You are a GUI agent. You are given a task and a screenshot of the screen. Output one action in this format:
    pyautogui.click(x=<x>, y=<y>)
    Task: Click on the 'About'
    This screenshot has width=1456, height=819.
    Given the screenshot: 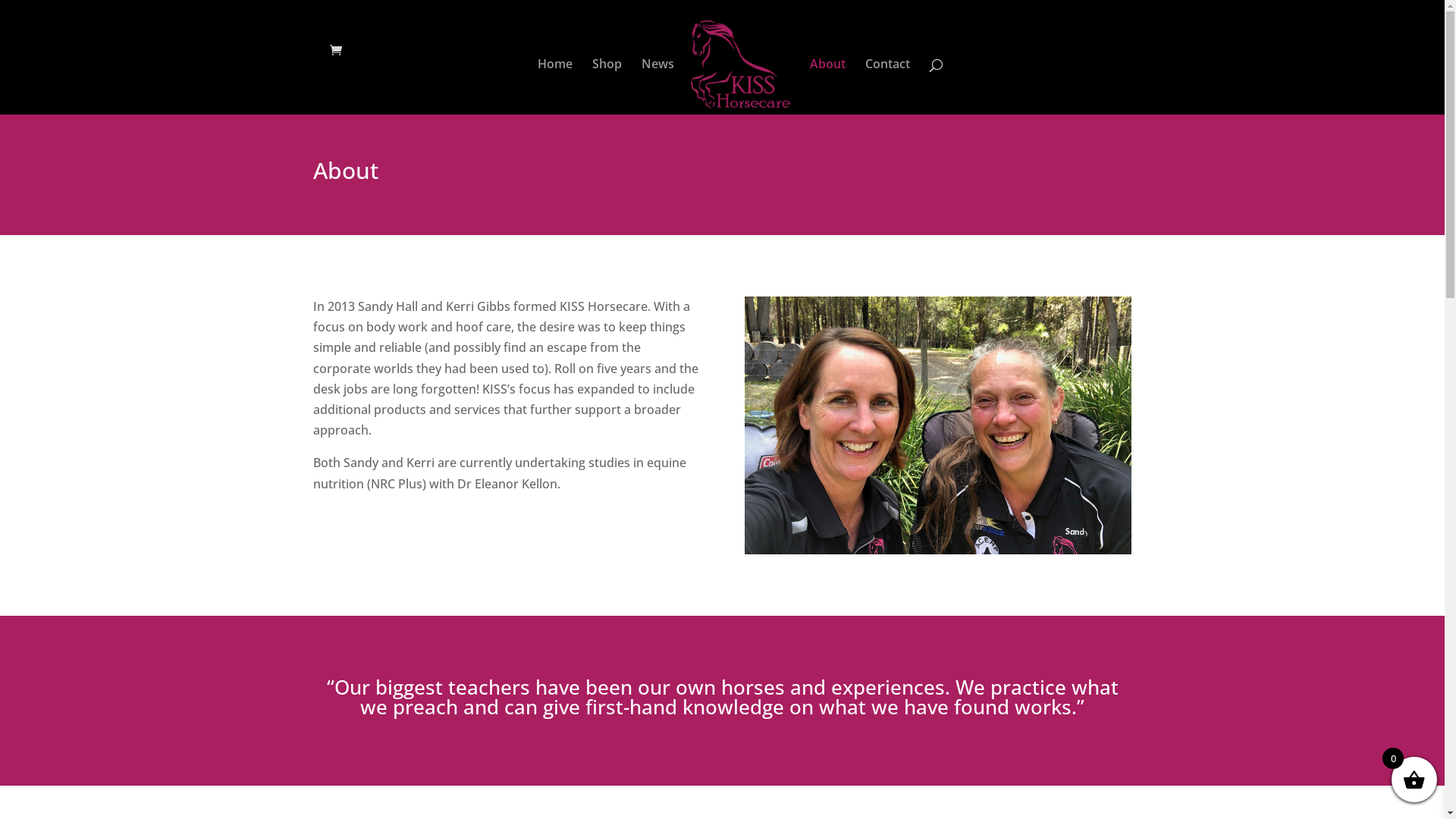 What is the action you would take?
    pyautogui.click(x=827, y=86)
    